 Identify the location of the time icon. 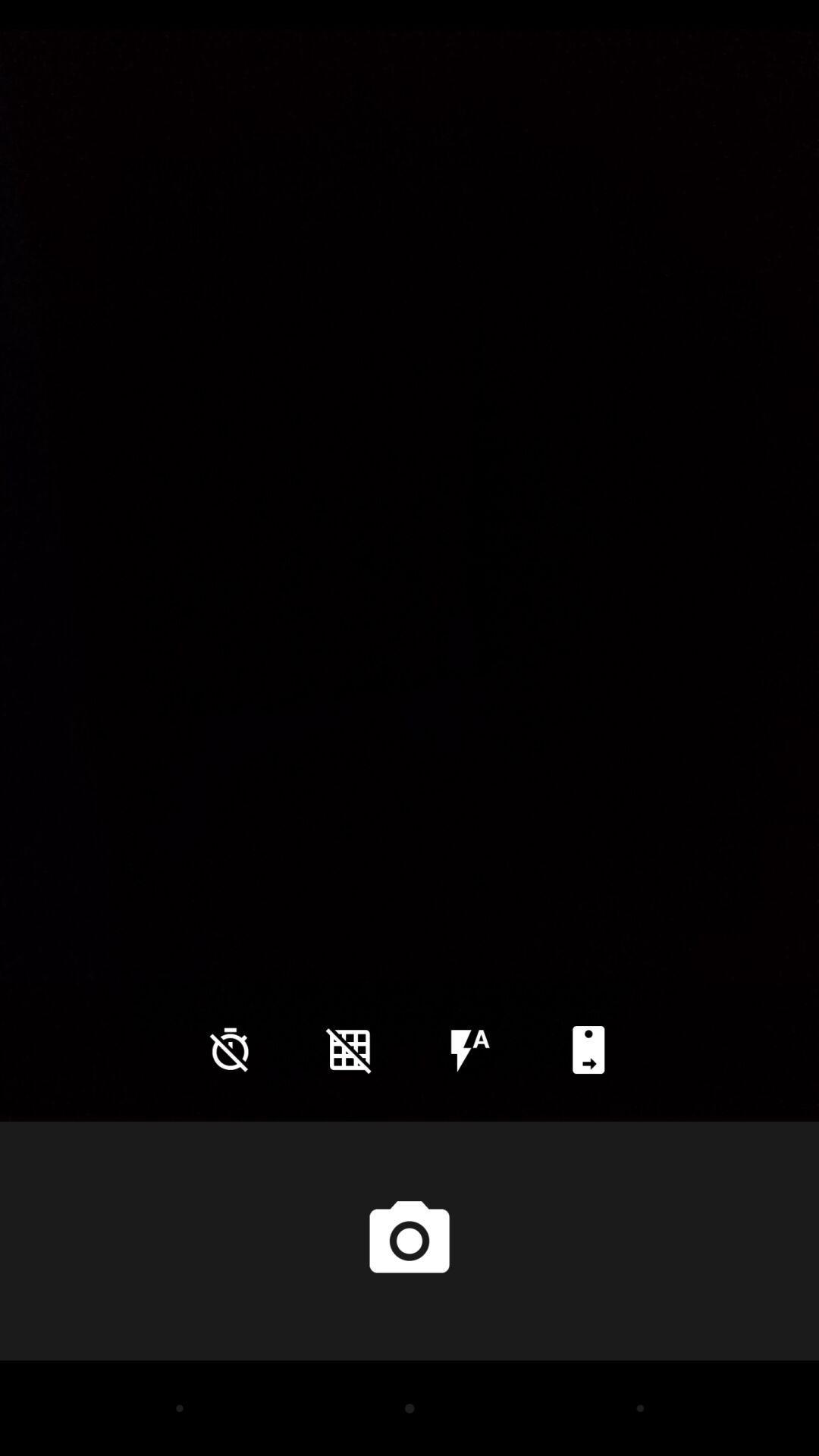
(230, 1049).